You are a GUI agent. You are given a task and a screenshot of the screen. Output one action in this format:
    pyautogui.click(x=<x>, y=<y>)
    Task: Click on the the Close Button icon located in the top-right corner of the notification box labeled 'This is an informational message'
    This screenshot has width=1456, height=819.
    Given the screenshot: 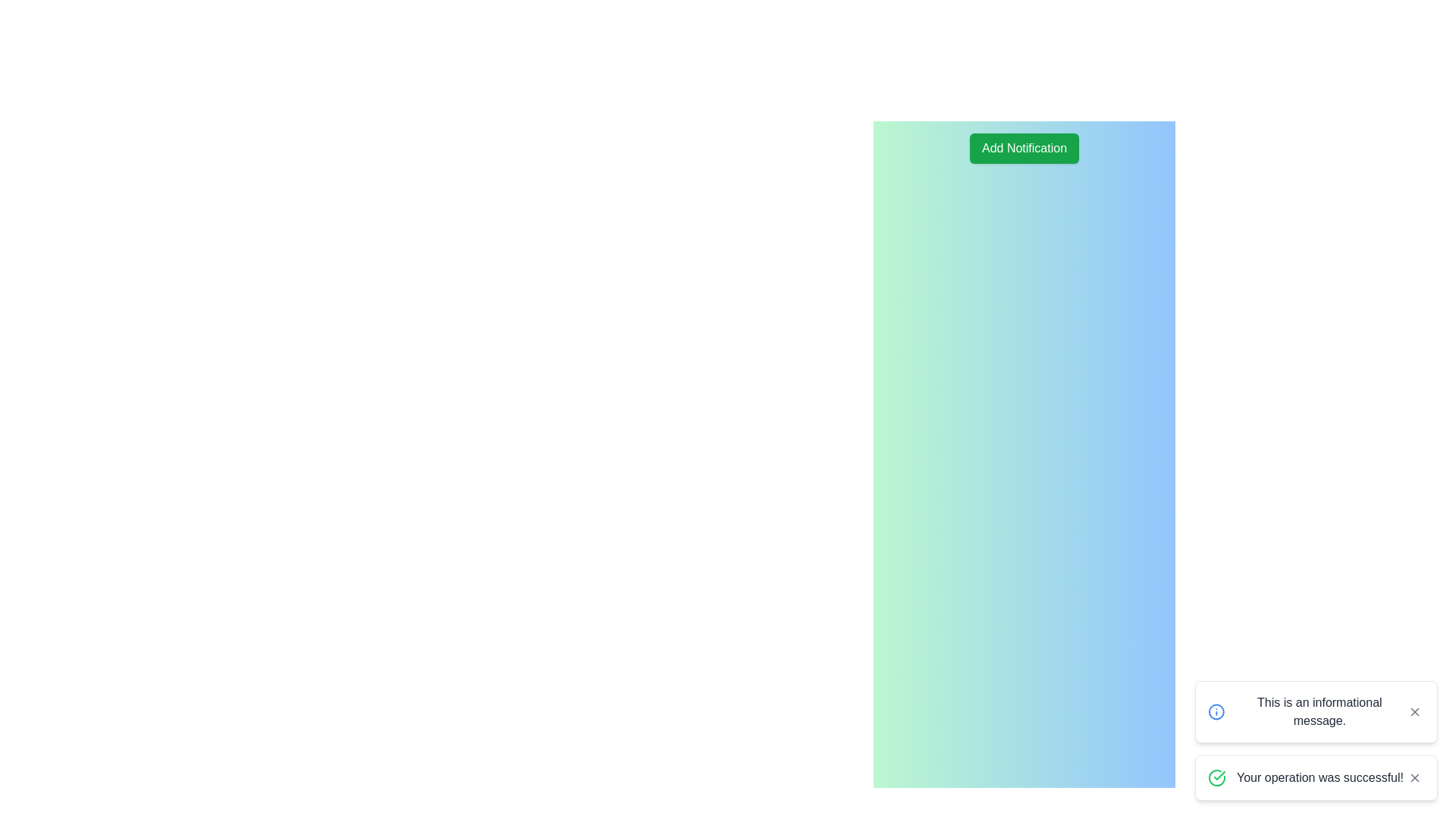 What is the action you would take?
    pyautogui.click(x=1414, y=711)
    